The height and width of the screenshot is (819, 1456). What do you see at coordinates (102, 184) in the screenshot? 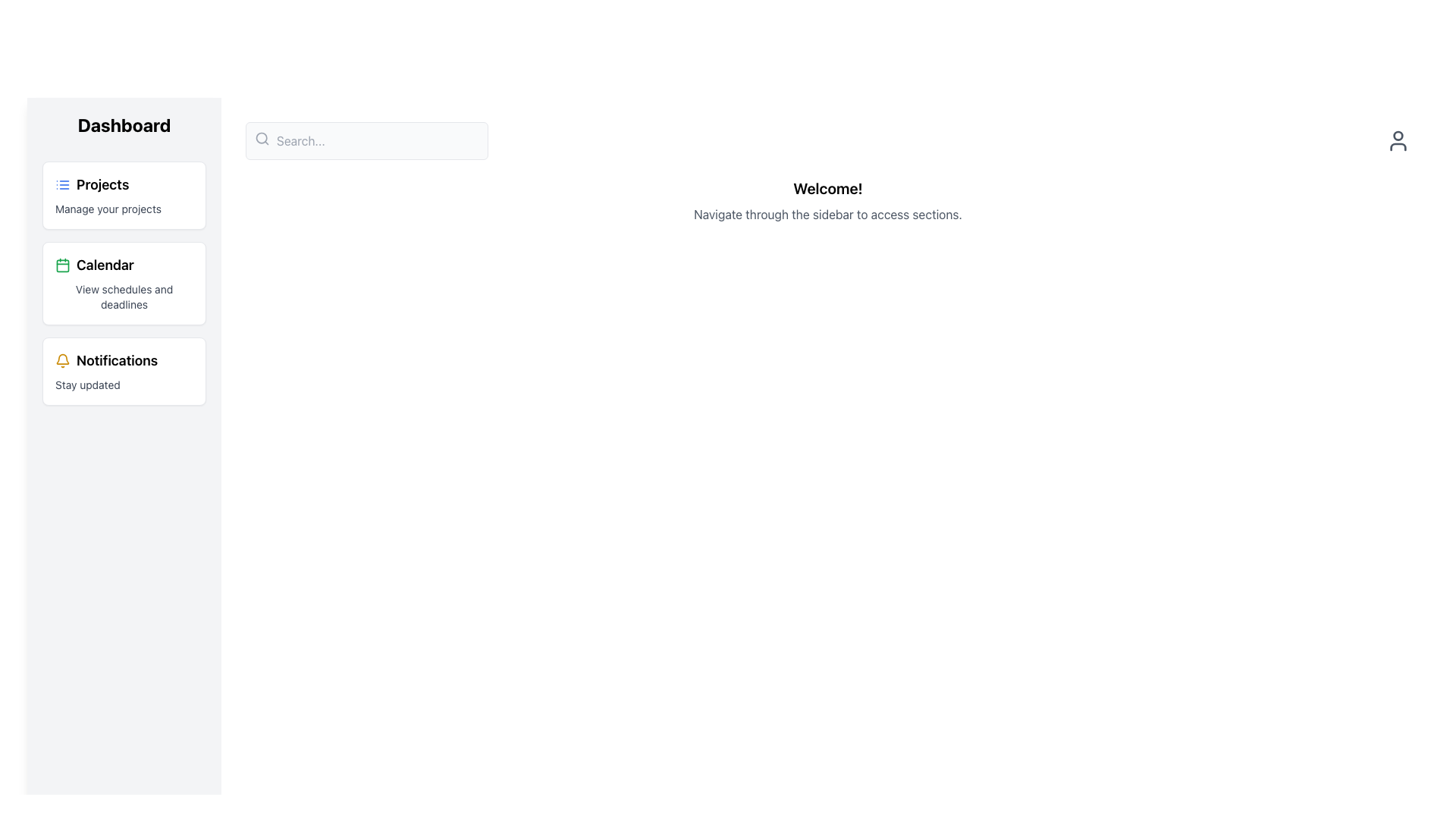
I see `the 'Projects' text label in the navigation sidebar, which is the first item in the list and displayed in bold and enlarged font` at bounding box center [102, 184].